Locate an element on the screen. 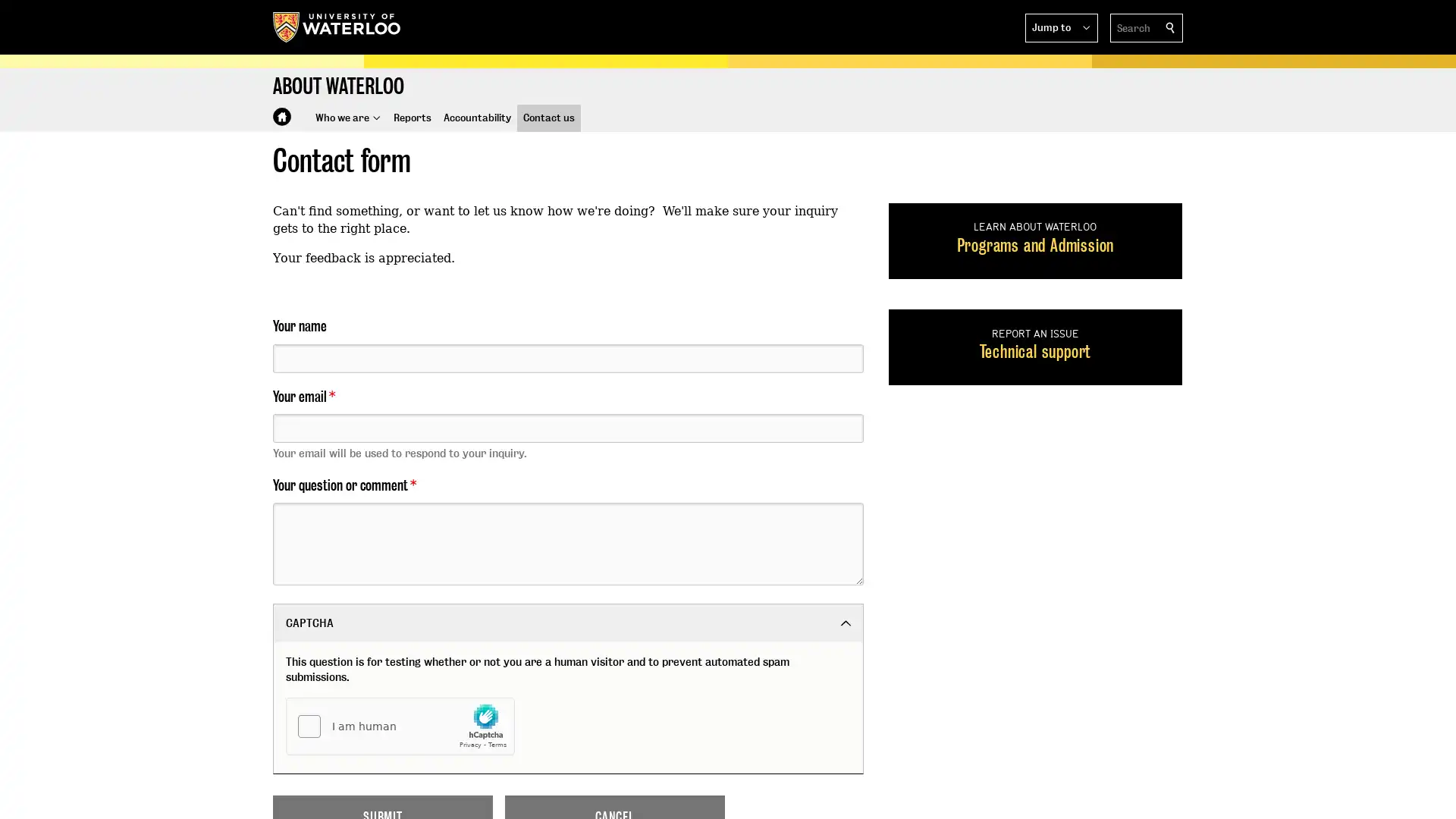  CAPTCHA is located at coordinates (566, 623).